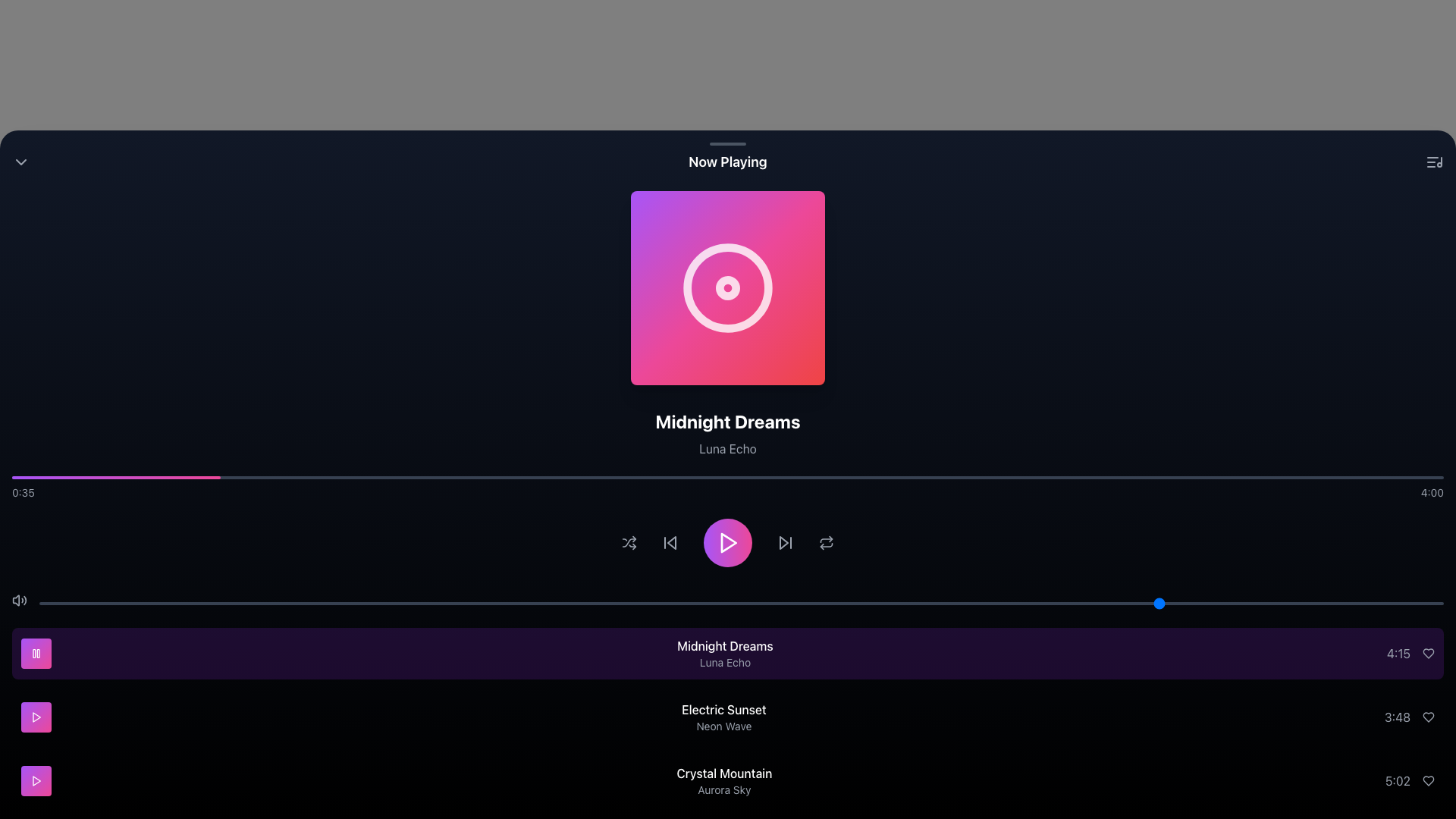 This screenshot has width=1456, height=819. Describe the element at coordinates (629, 602) in the screenshot. I see `the slider value` at that location.